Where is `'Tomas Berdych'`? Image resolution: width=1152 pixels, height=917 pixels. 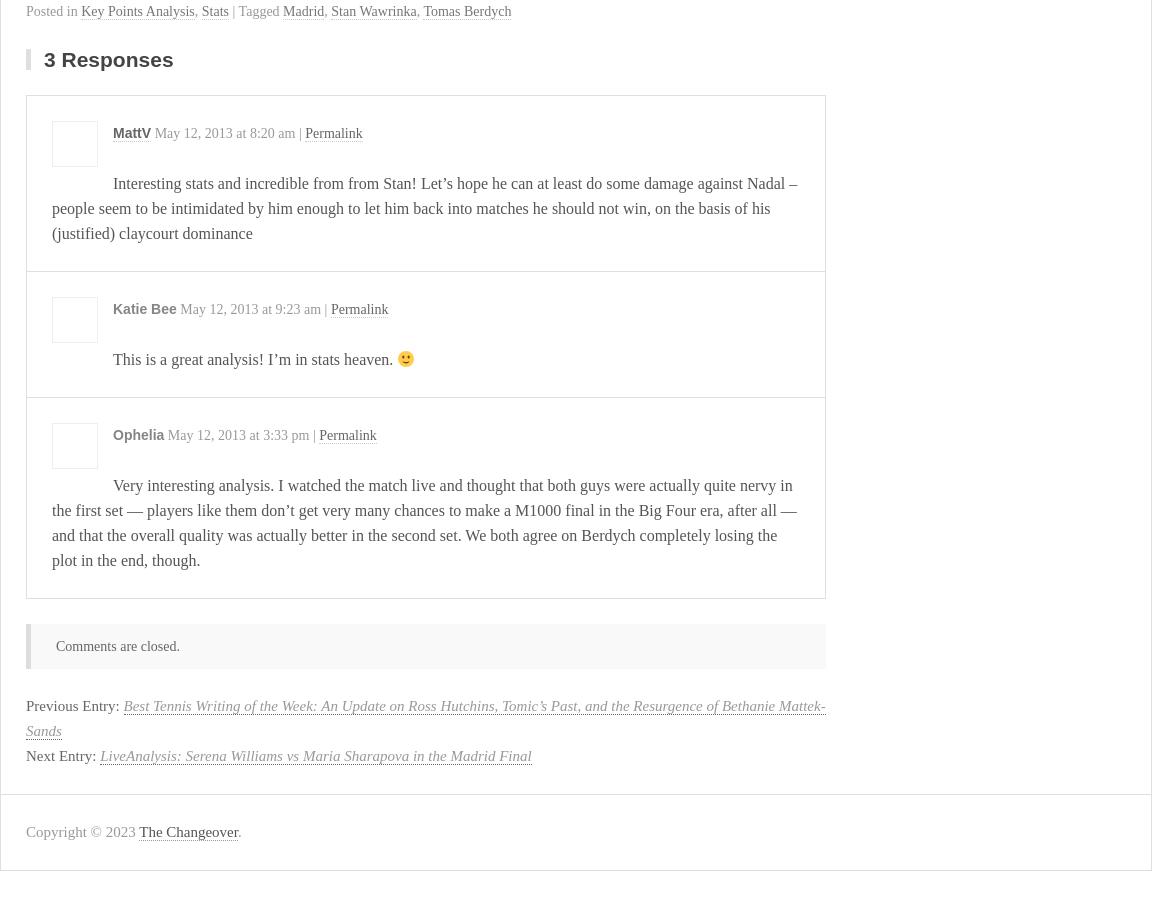 'Tomas Berdych' is located at coordinates (467, 11).